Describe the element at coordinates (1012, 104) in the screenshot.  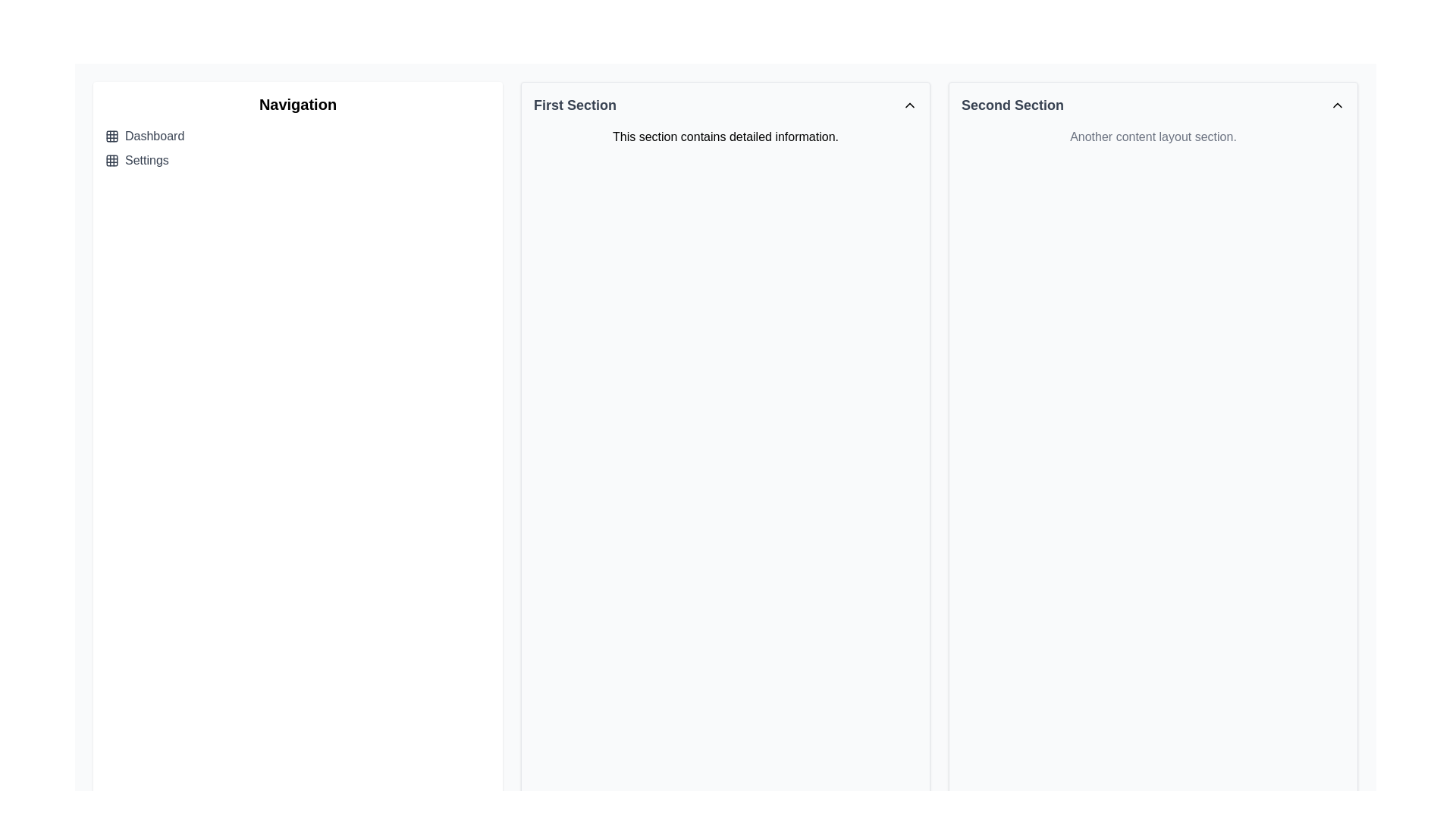
I see `the header text for the 'Second Section' located in the top-left corner of the right-hand panel in a three-column layout` at that location.